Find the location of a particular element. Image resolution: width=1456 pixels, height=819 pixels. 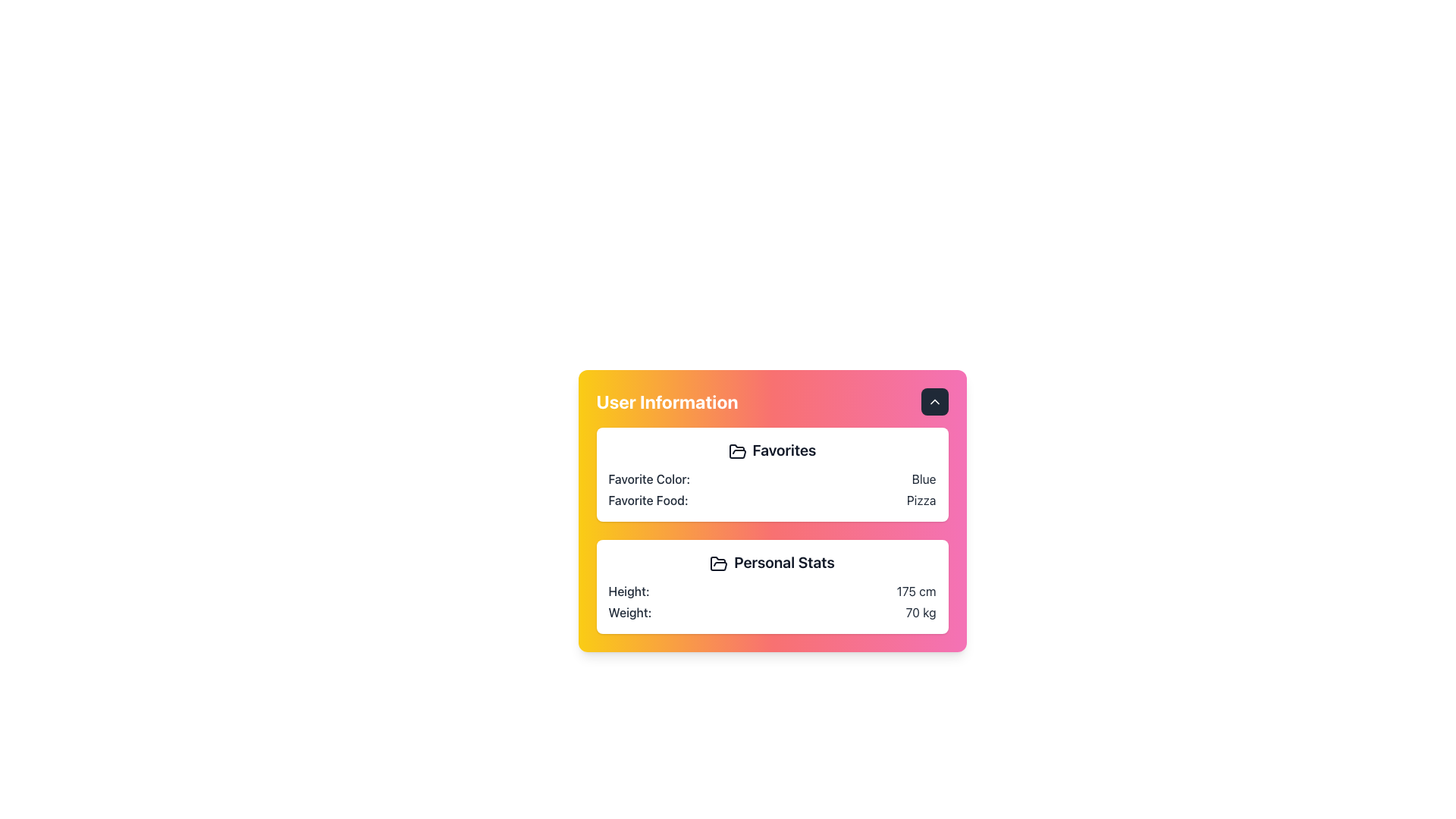

the Information Card that displays personal statistics, specifically height and weight, located in the lower section of the main card below the 'Favorites' section is located at coordinates (772, 586).